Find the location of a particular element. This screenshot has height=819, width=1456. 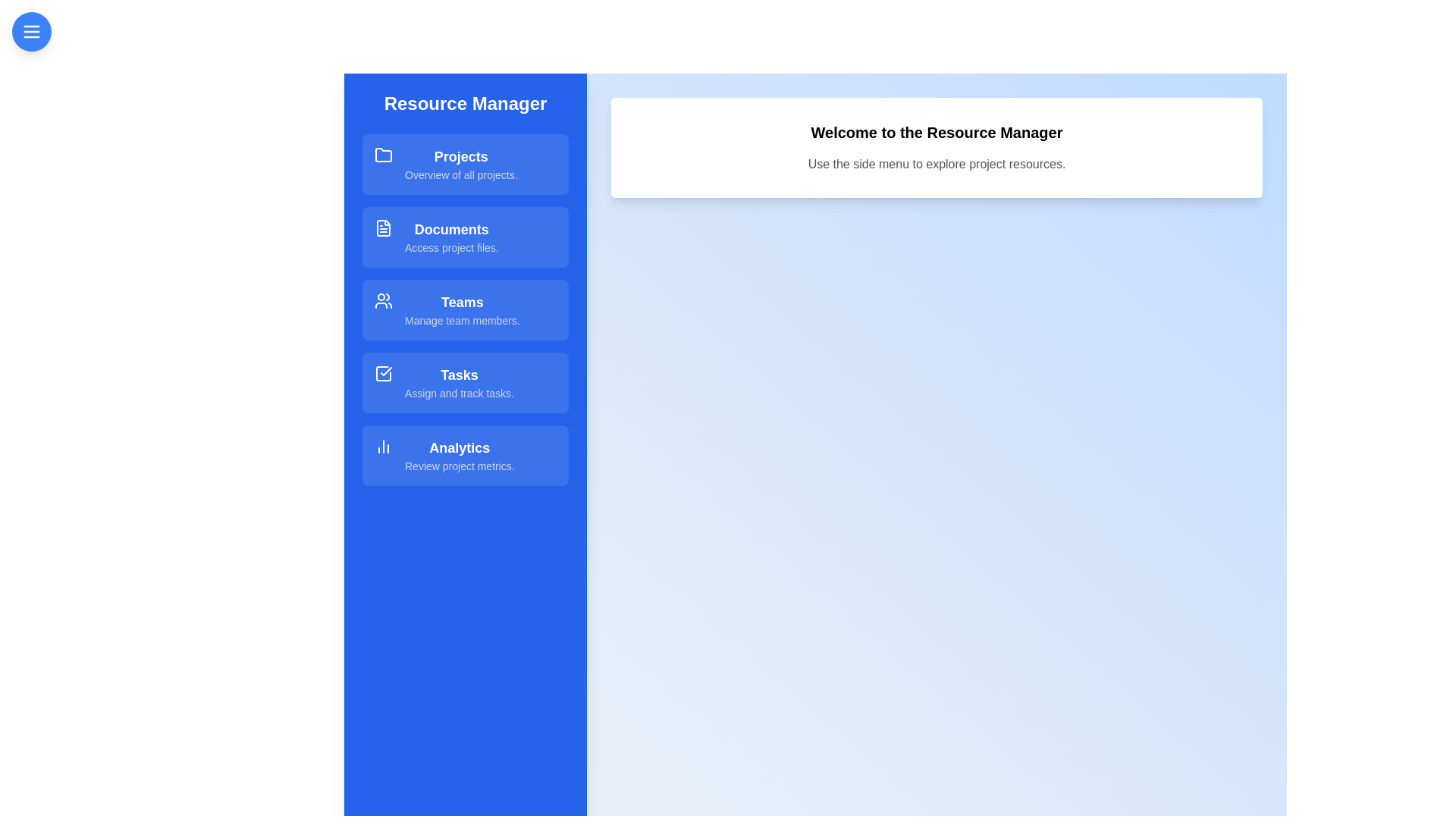

the resource item Teams to explore its hover effect is located at coordinates (465, 309).